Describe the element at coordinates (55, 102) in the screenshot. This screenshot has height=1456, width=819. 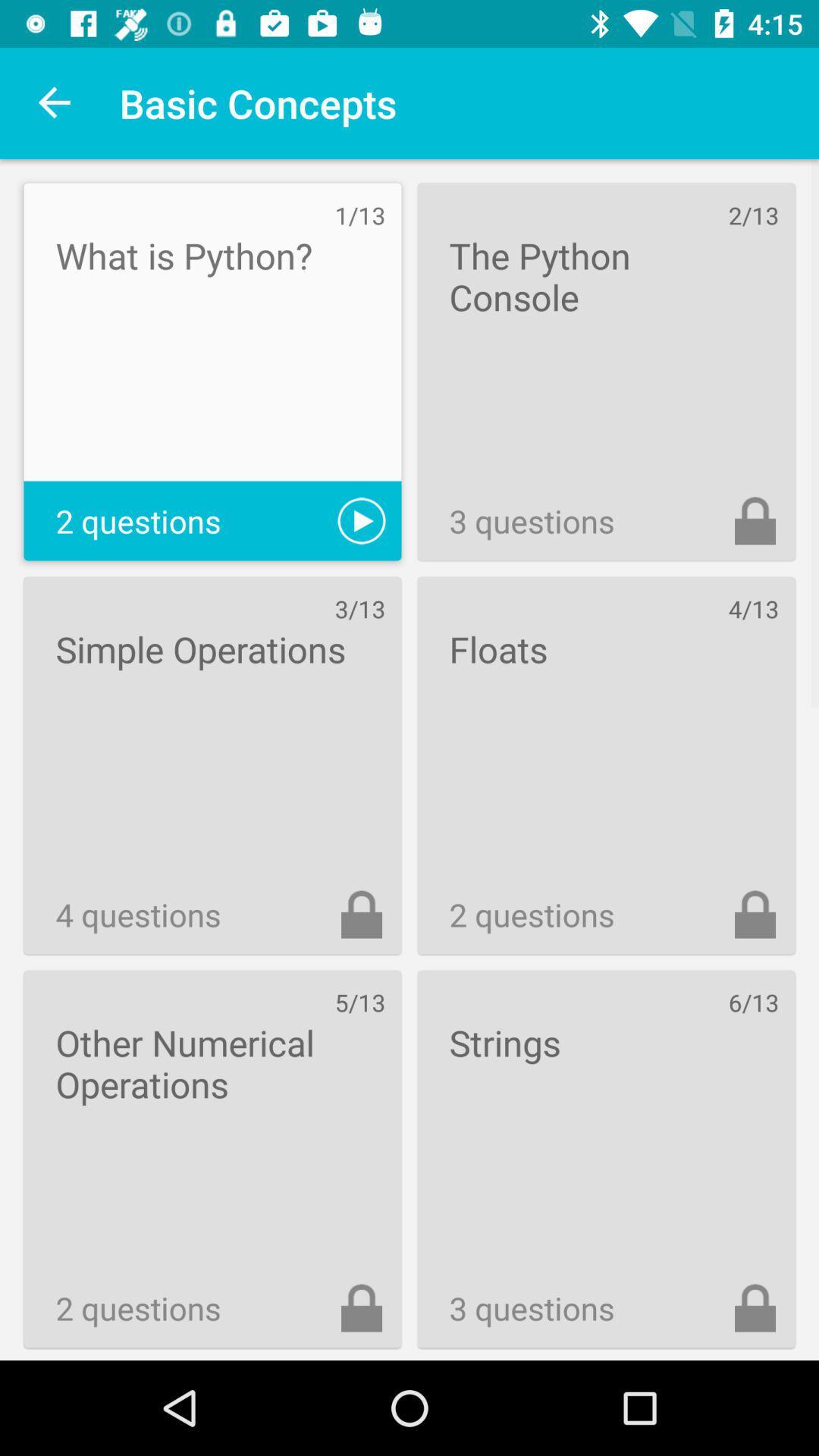
I see `item above what is python? item` at that location.